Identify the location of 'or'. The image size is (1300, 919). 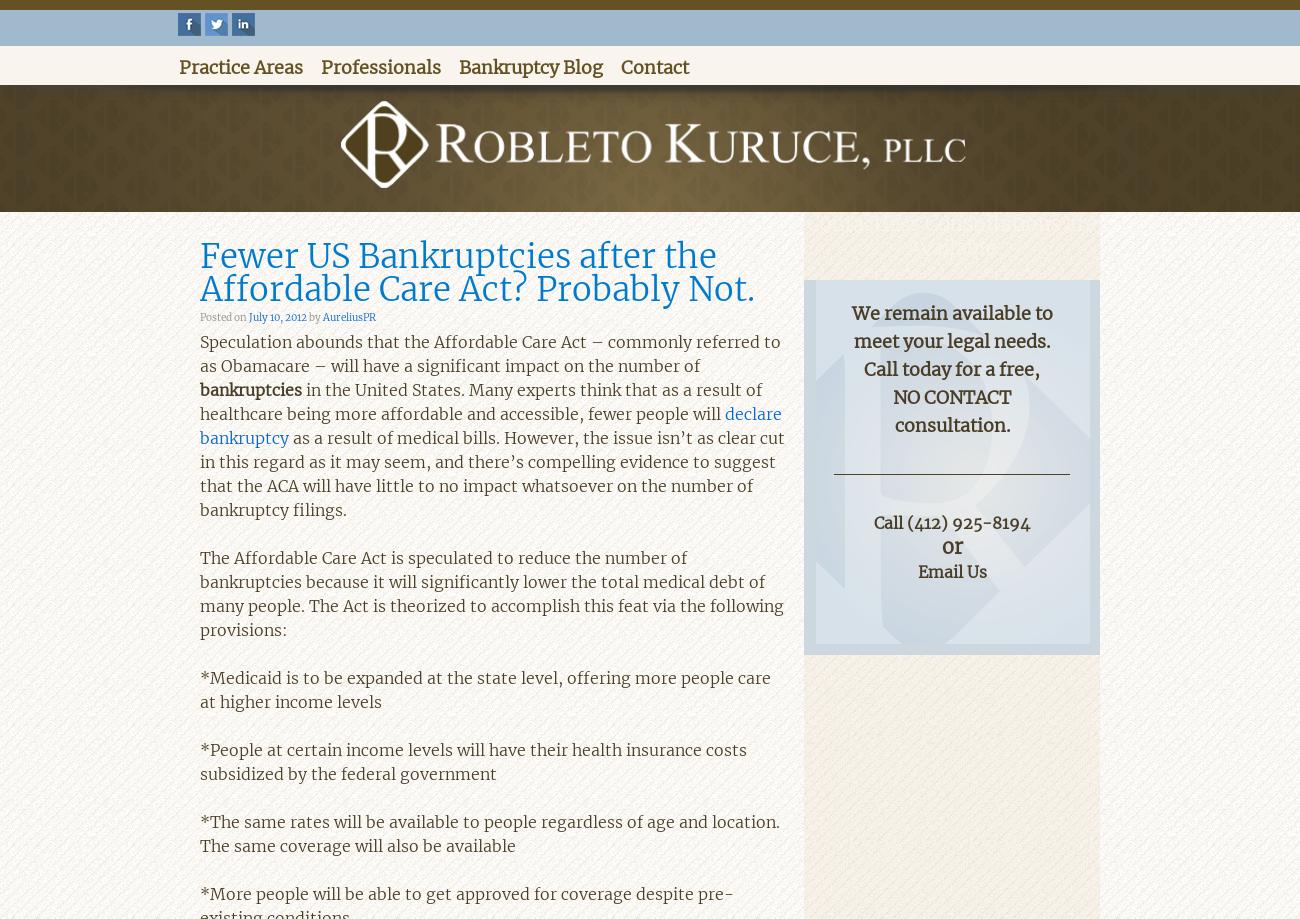
(951, 544).